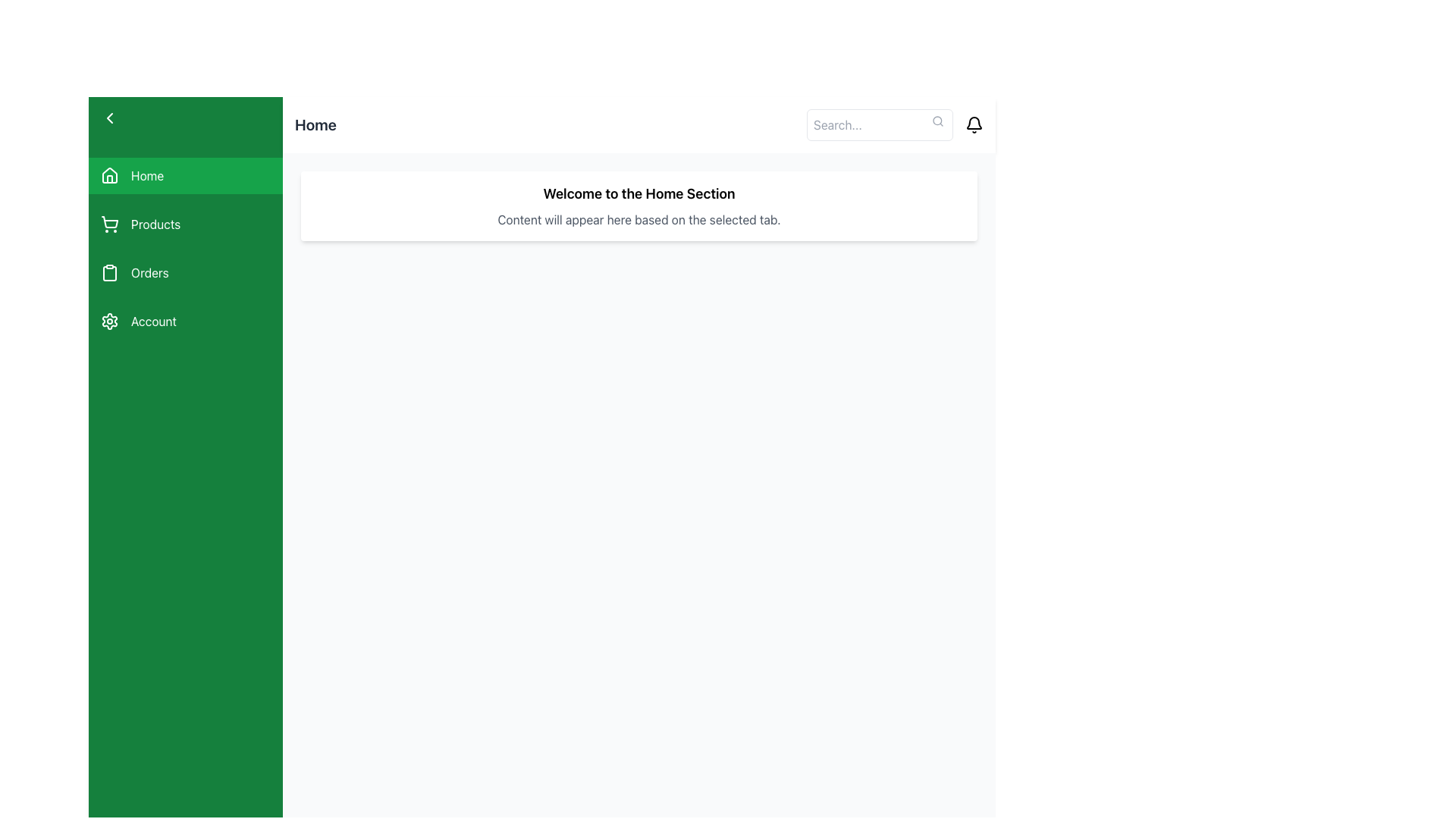 Image resolution: width=1456 pixels, height=819 pixels. What do you see at coordinates (880, 124) in the screenshot?
I see `in the search input box with placeholder 'Search...' to focus and type a query` at bounding box center [880, 124].